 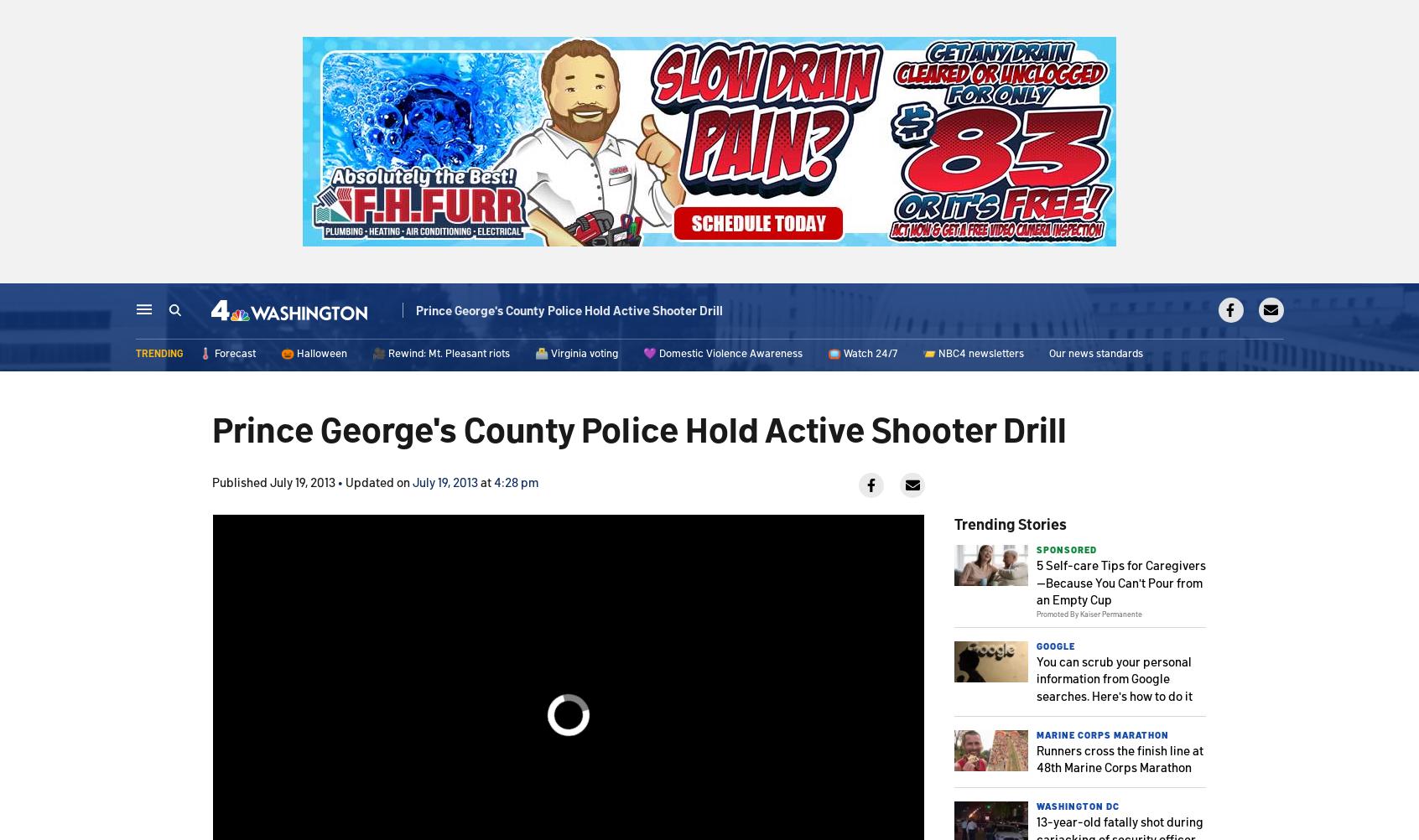 What do you see at coordinates (1037, 734) in the screenshot?
I see `'Marine Corps Marathon'` at bounding box center [1037, 734].